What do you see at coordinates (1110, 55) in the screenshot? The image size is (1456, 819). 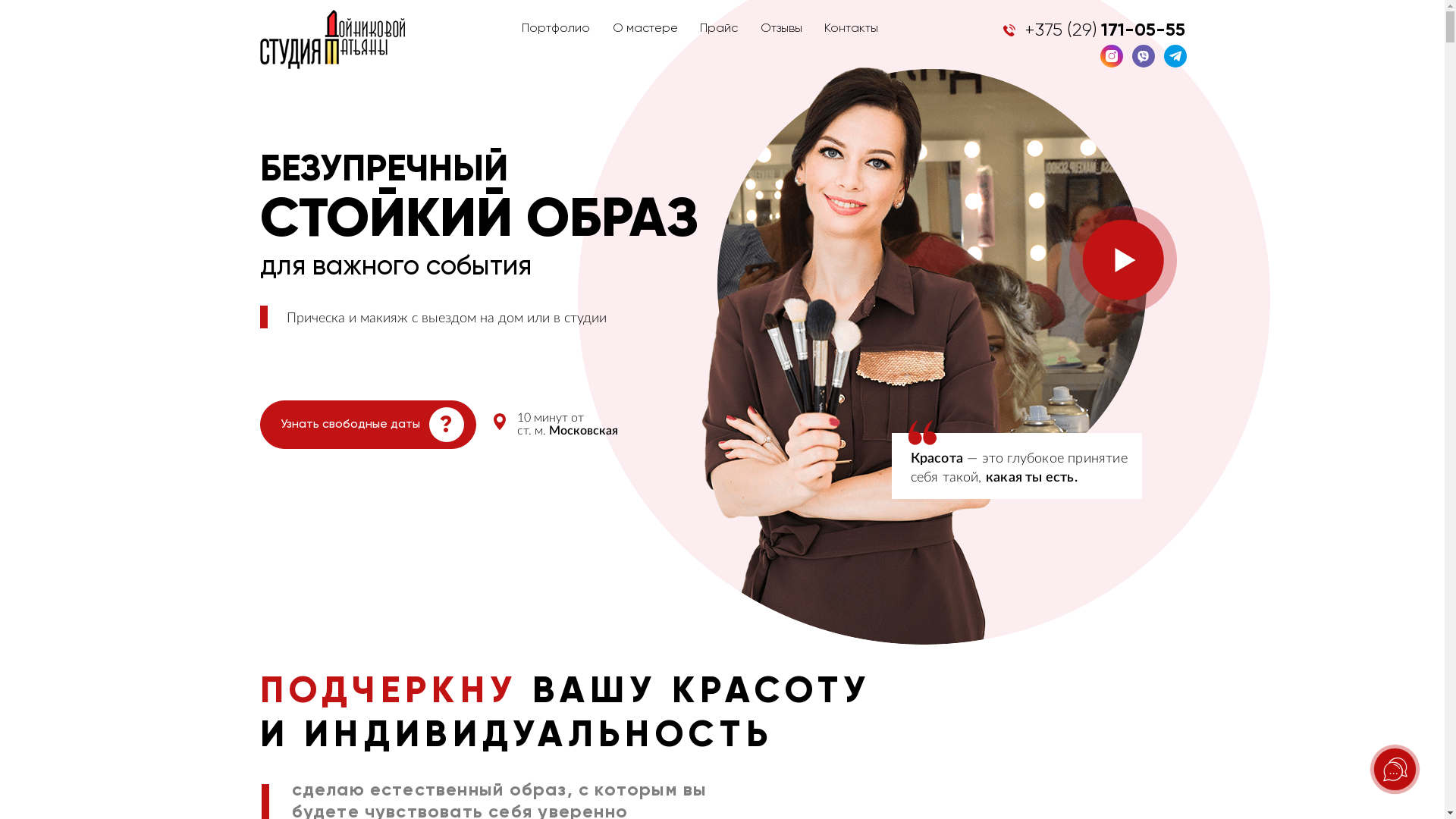 I see `'Instagram'` at bounding box center [1110, 55].